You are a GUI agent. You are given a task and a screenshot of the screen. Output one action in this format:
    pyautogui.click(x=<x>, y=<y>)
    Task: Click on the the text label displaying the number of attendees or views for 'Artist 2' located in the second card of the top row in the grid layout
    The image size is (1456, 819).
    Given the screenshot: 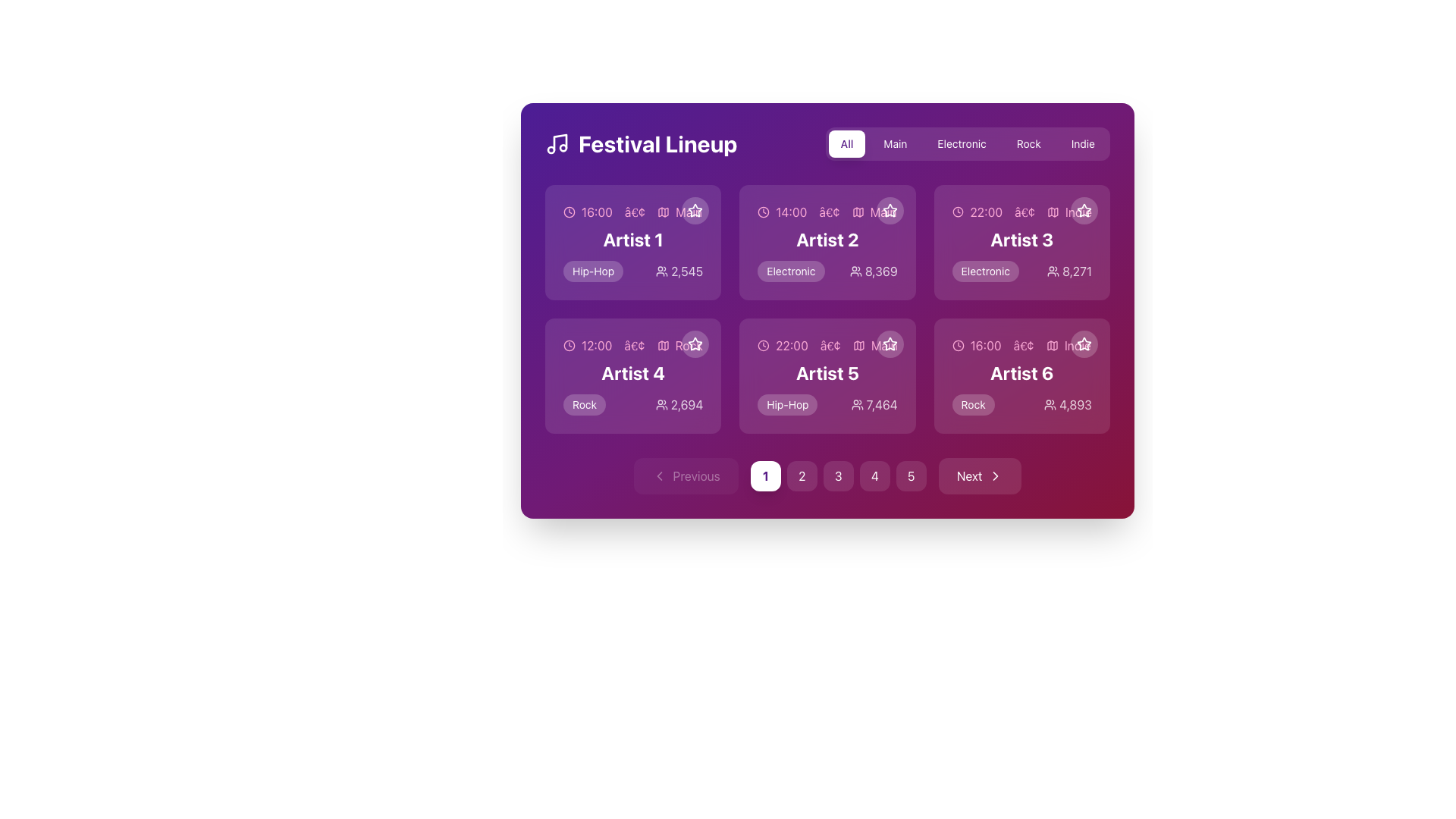 What is the action you would take?
    pyautogui.click(x=874, y=271)
    